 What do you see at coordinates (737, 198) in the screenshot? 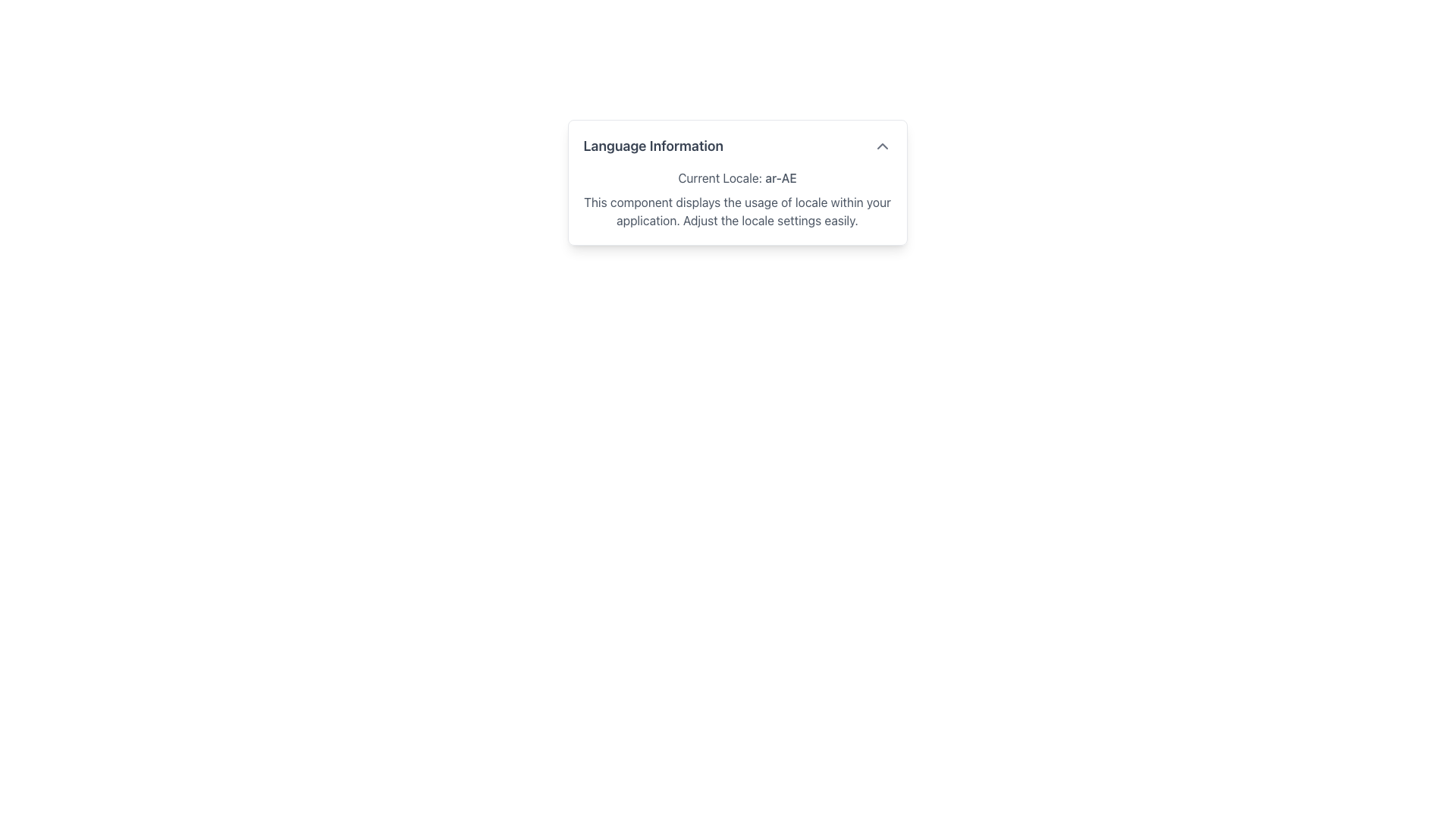
I see `the informational text block that presents details about the current locale ('ar-AE') within the 'Language Information' card, positioned below the card header` at bounding box center [737, 198].